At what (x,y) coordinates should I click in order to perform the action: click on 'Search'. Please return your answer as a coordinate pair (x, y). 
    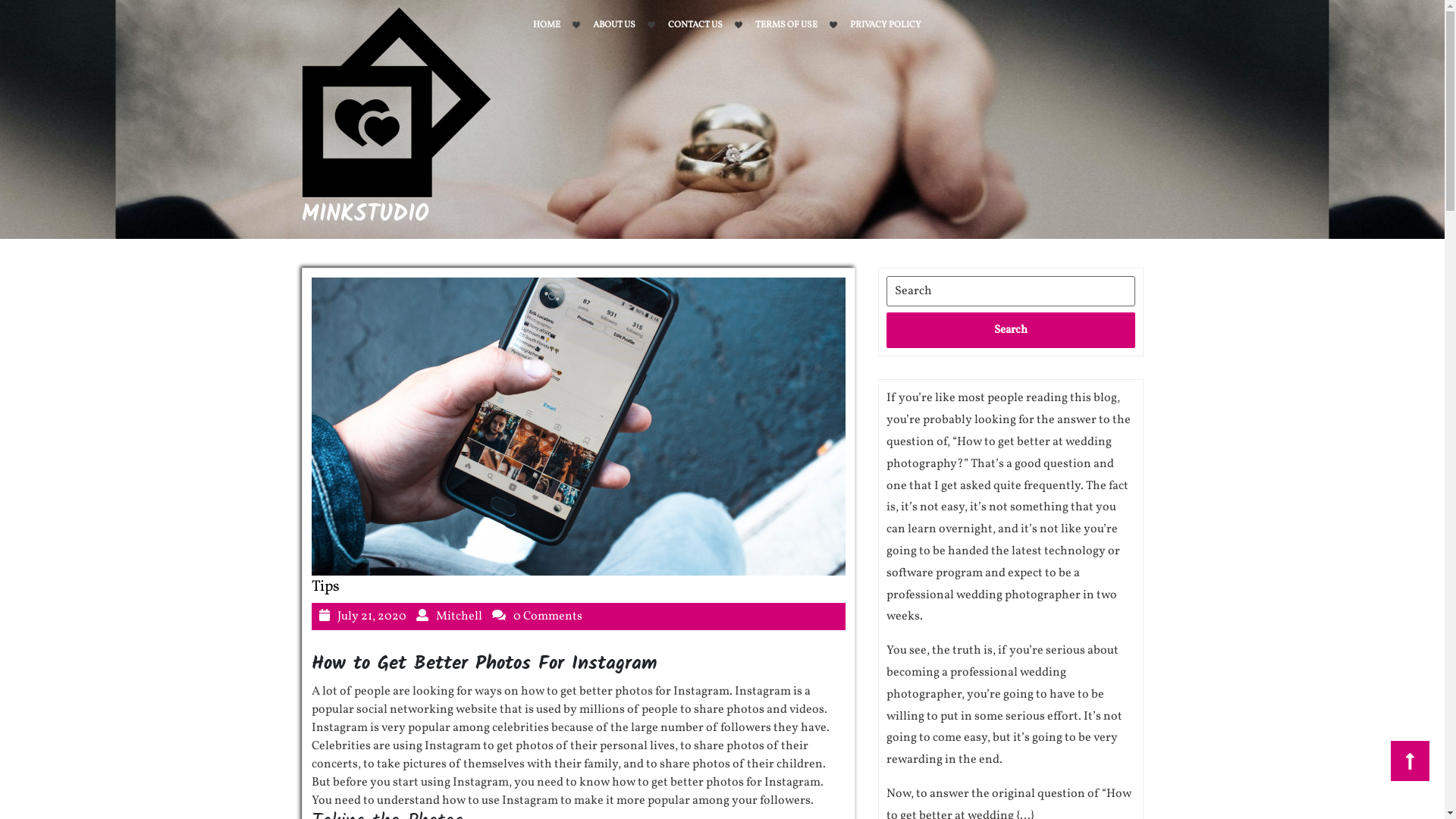
    Looking at the image, I should click on (1009, 329).